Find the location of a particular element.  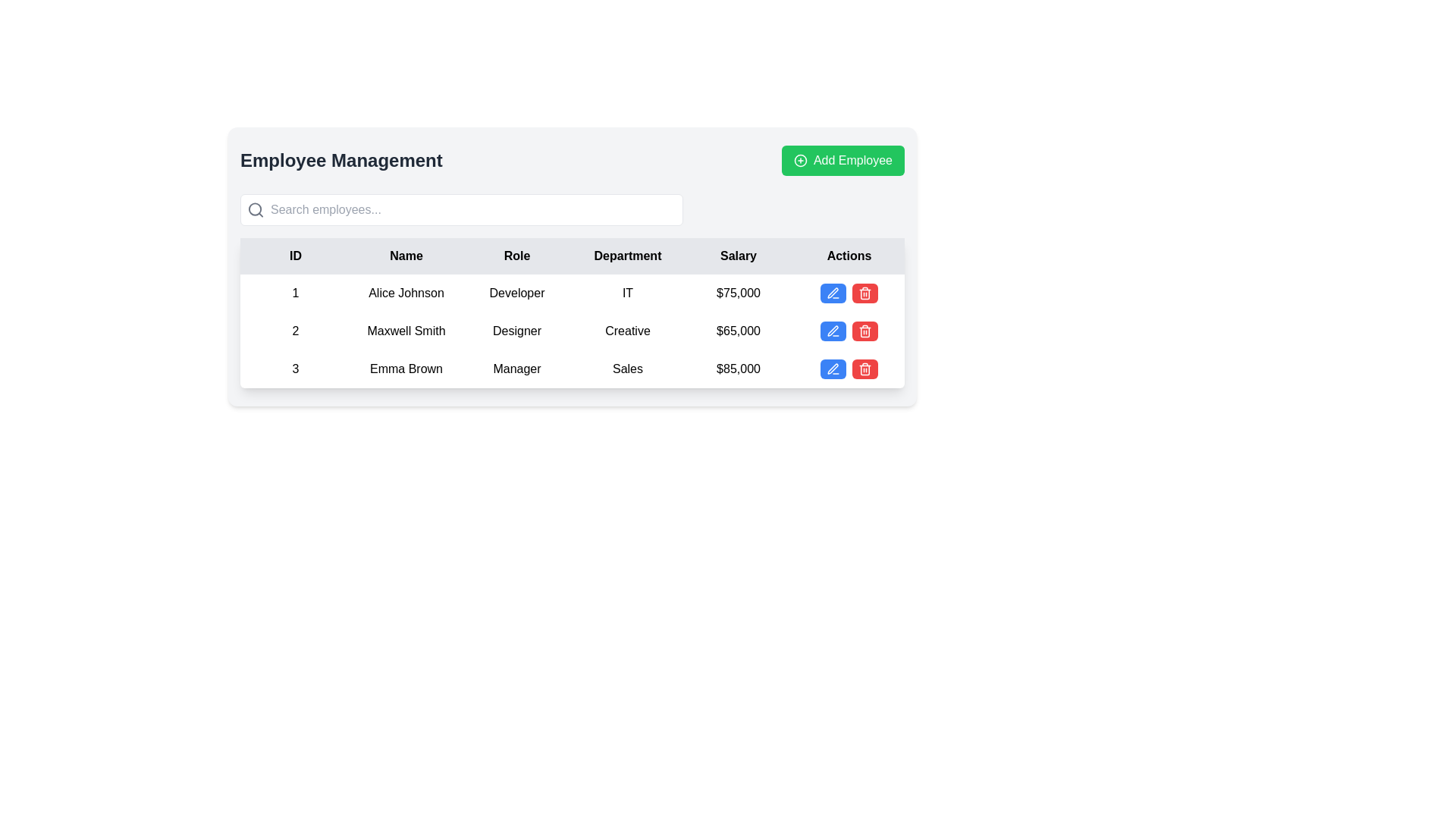

the third row in the Employee Management table that contains information about the employee Emma Brown, including ID, Name, Role, Department, Salary, and Action buttons is located at coordinates (571, 369).